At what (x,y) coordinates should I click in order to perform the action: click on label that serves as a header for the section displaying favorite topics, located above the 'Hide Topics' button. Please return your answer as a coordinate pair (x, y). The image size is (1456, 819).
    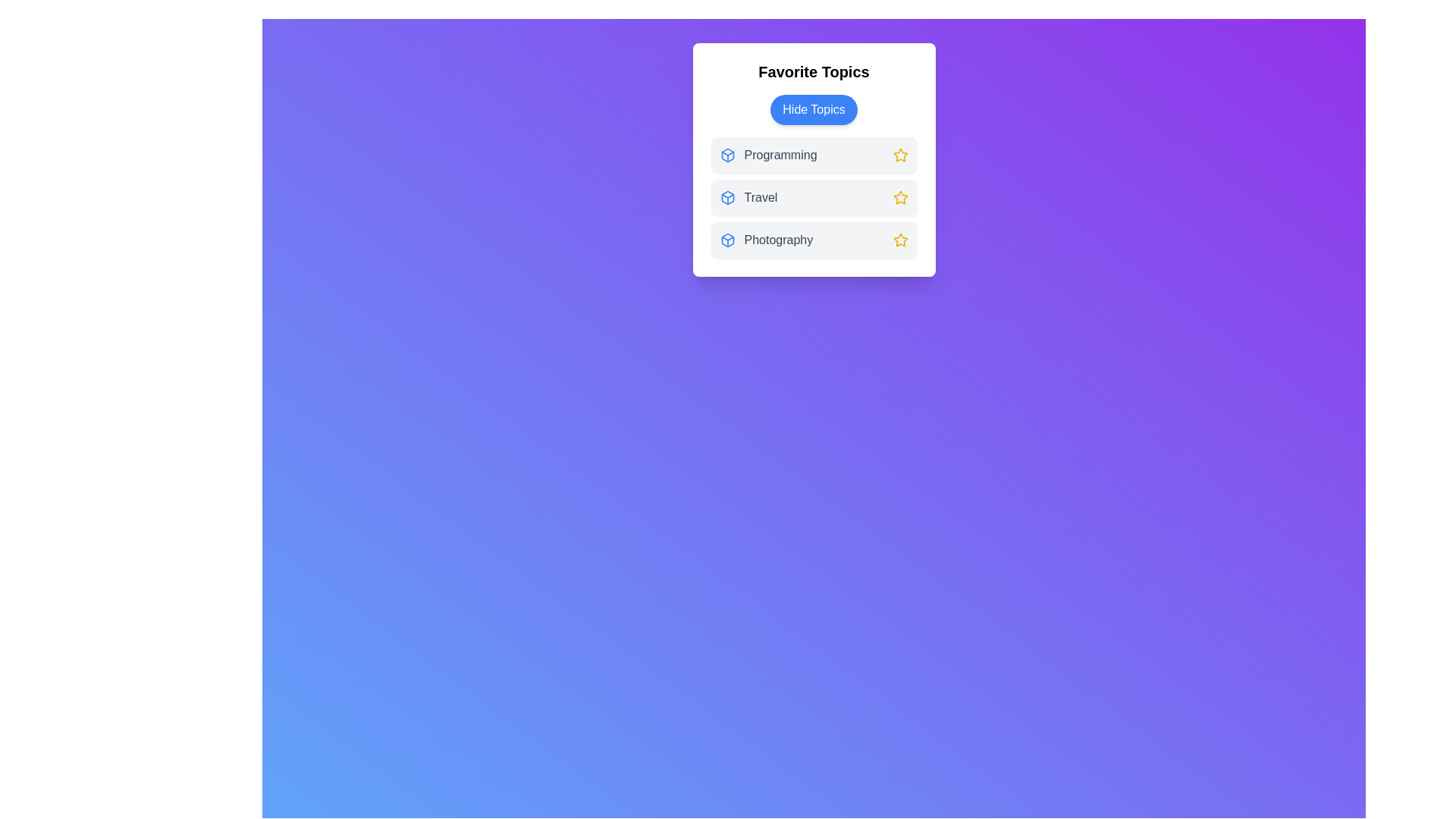
    Looking at the image, I should click on (813, 72).